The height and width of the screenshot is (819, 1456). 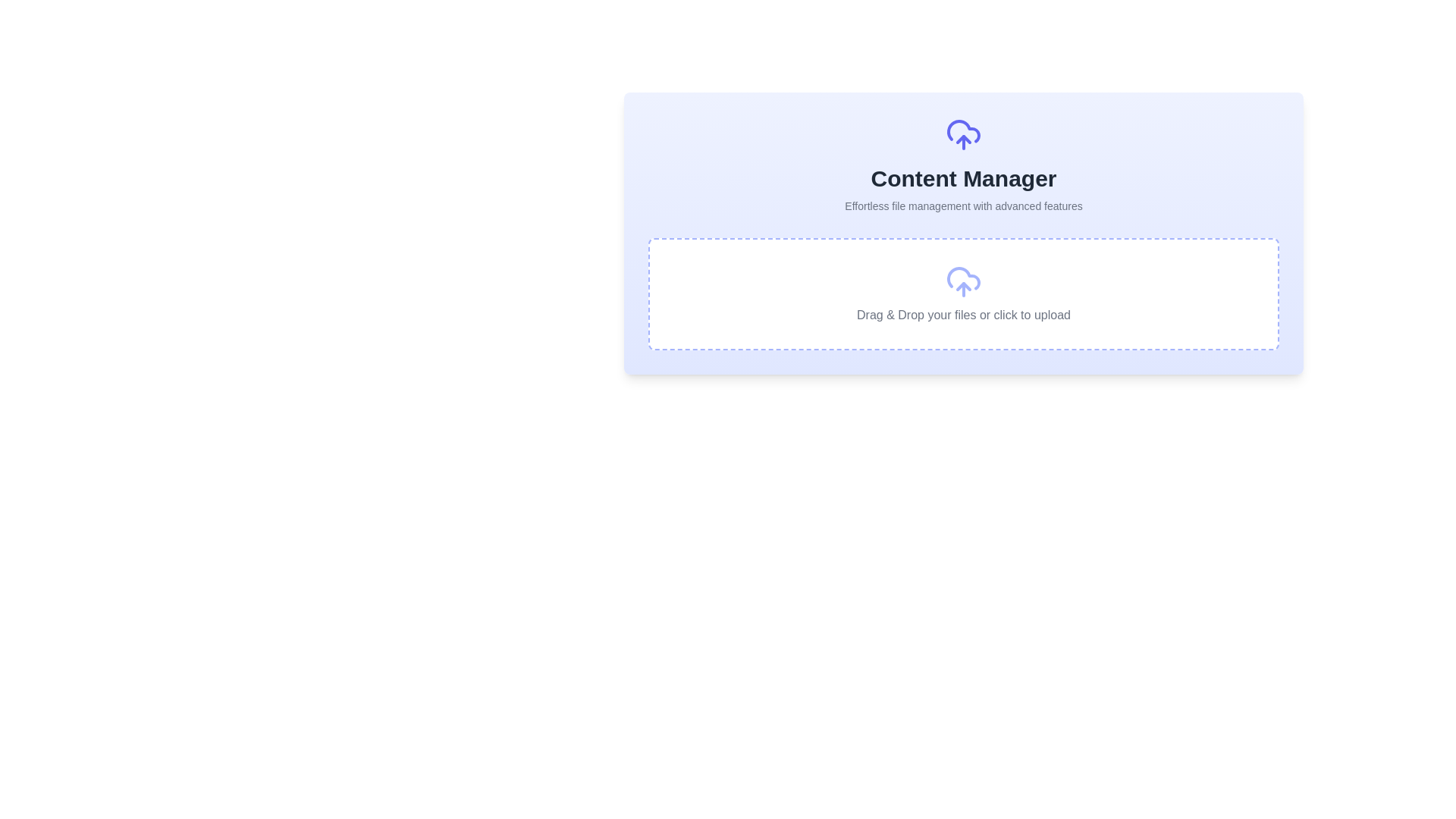 What do you see at coordinates (963, 287) in the screenshot?
I see `the indigo-blue cloud-upload icon, which is an upwards-facing arrow above a dashed rectangular box in the 'Content Manager' section` at bounding box center [963, 287].